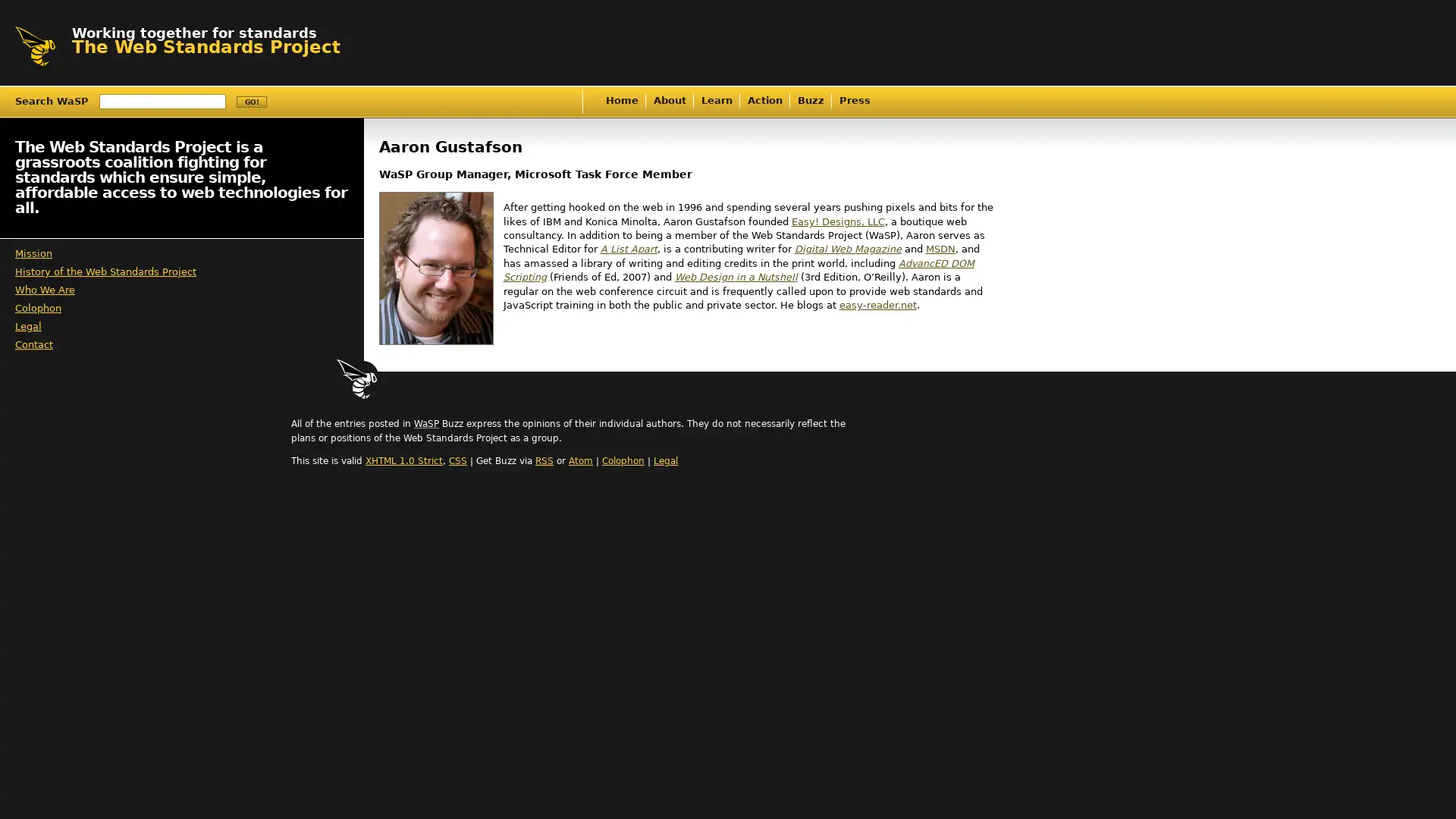 The image size is (1456, 819). Describe the element at coordinates (251, 102) in the screenshot. I see `Go!` at that location.